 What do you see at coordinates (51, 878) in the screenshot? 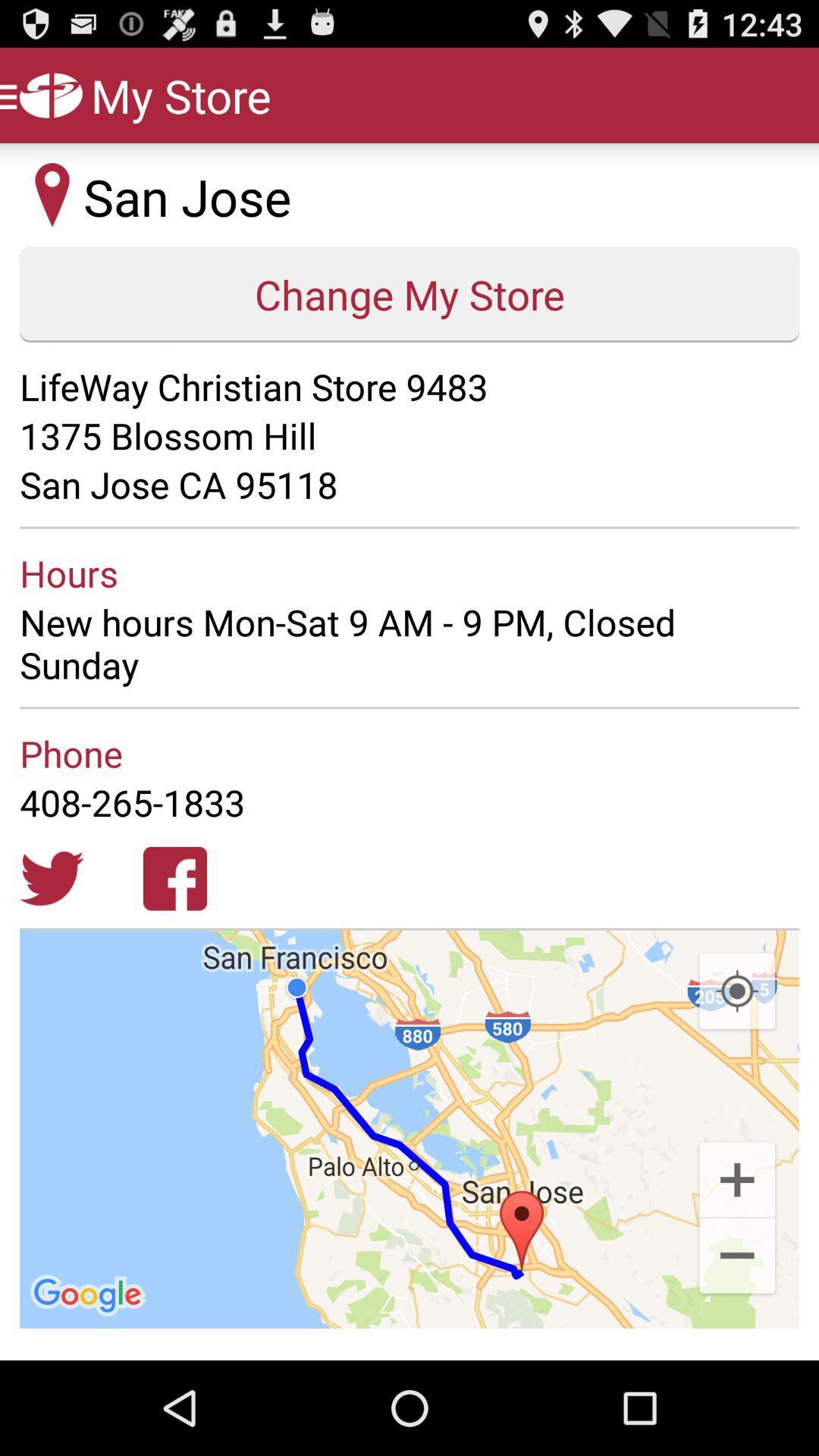
I see `showing twitter option` at bounding box center [51, 878].